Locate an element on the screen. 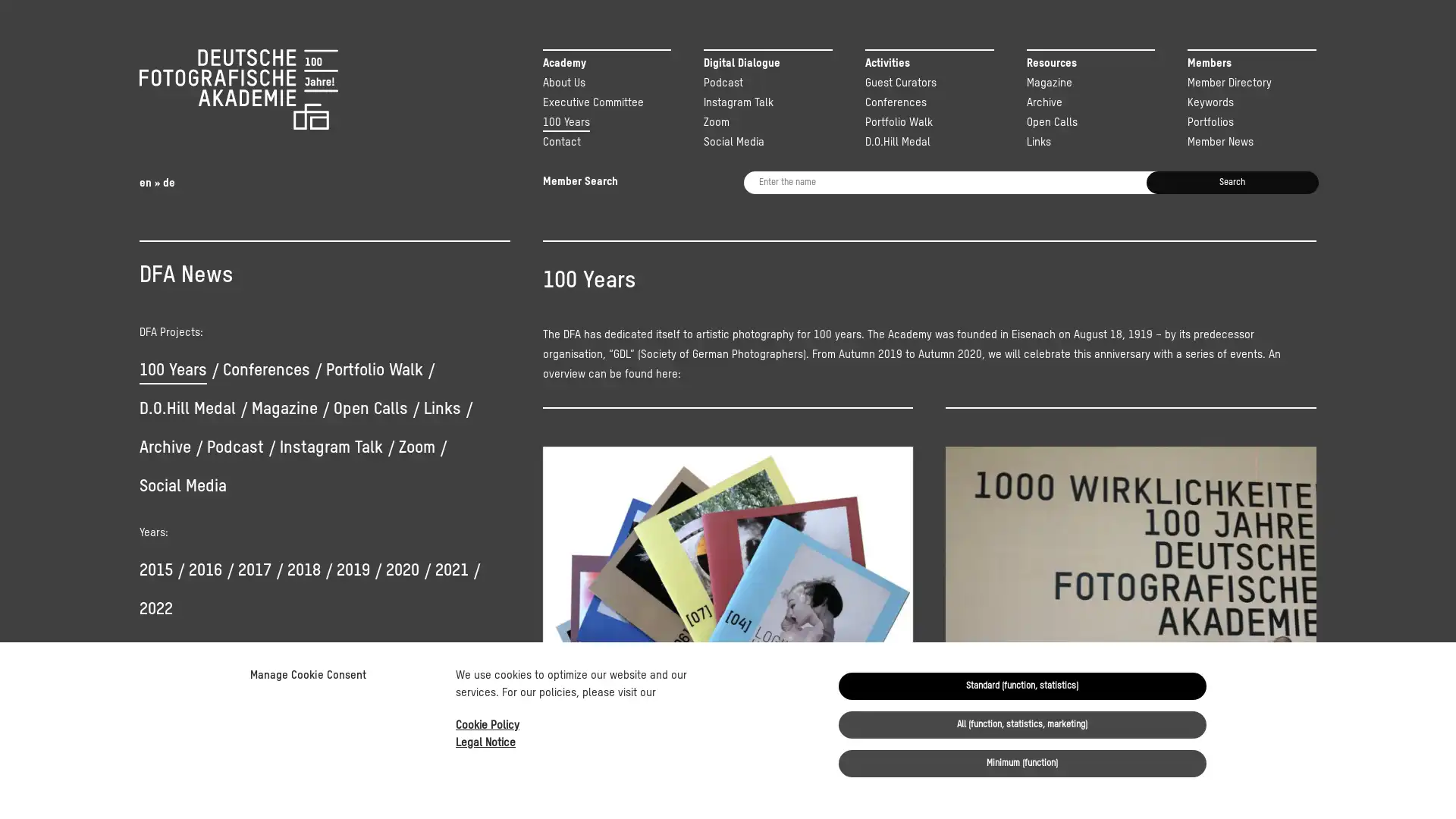 The image size is (1456, 819). 2021 is located at coordinates (450, 570).